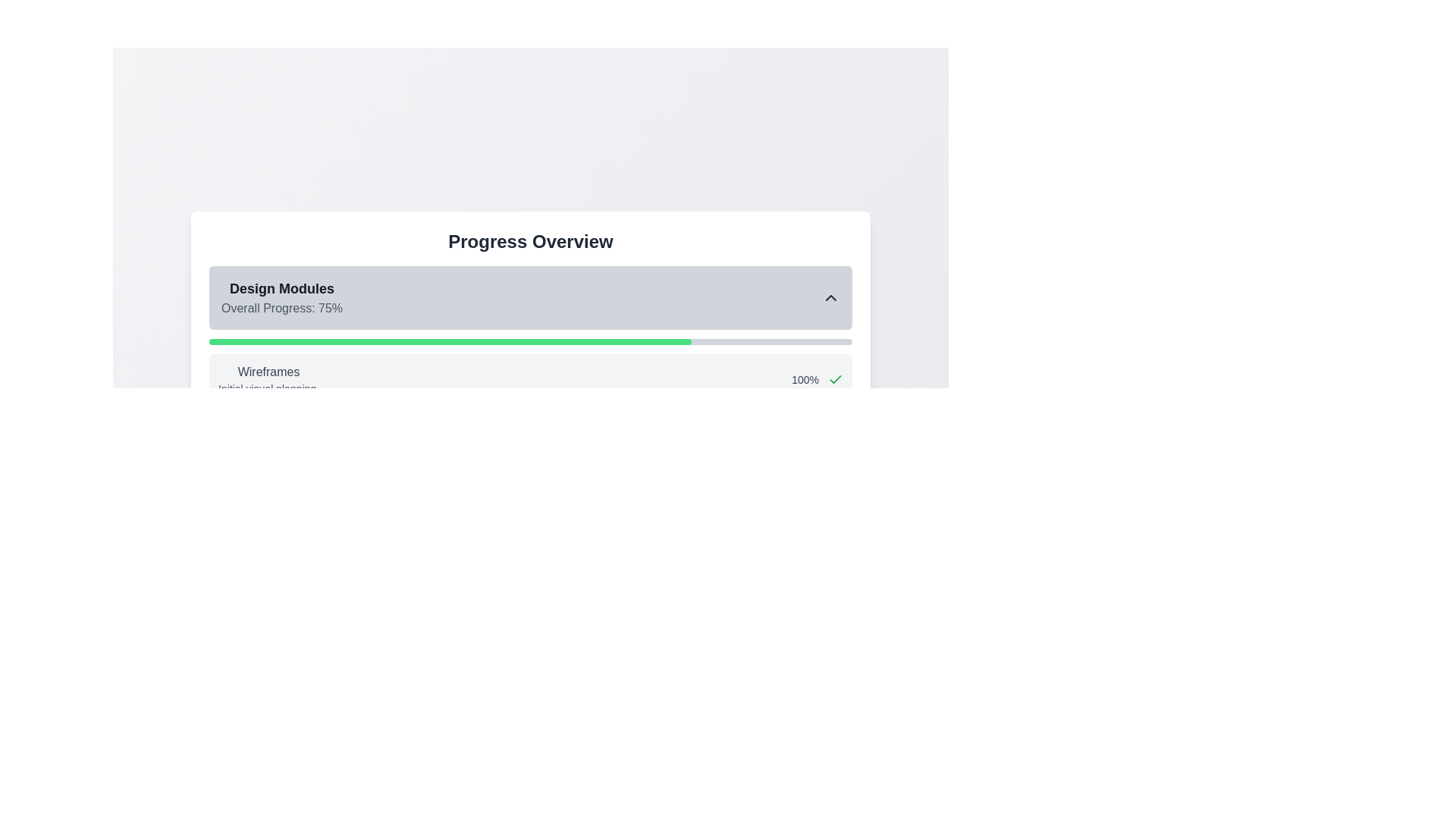  I want to click on the text label reading 'Initial visual planning.' which is styled in gray and positioned beneath the 'Wireframes' label in the 'Progress Overview' card, so click(268, 388).